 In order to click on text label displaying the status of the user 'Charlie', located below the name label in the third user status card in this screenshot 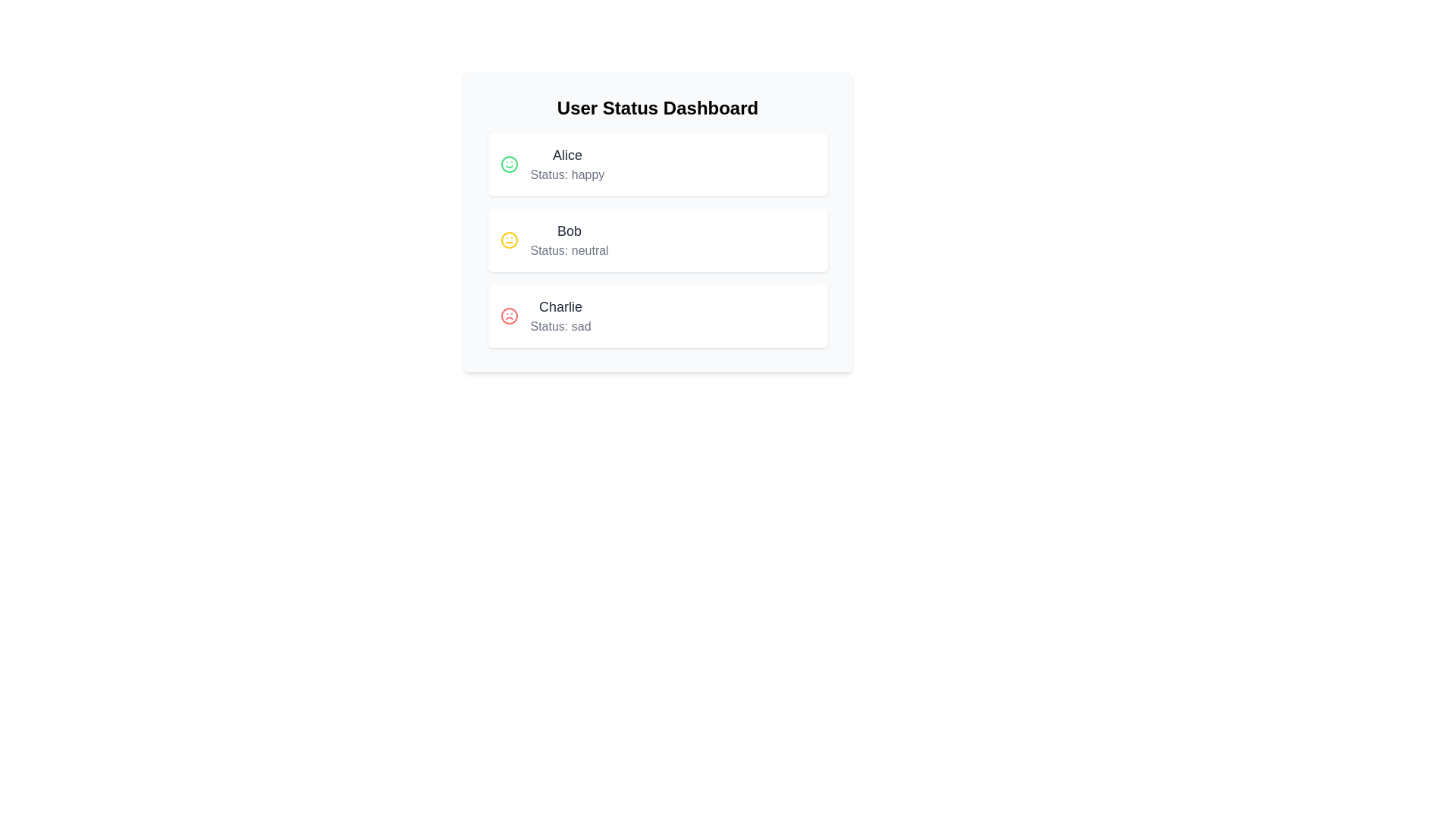, I will do `click(560, 326)`.